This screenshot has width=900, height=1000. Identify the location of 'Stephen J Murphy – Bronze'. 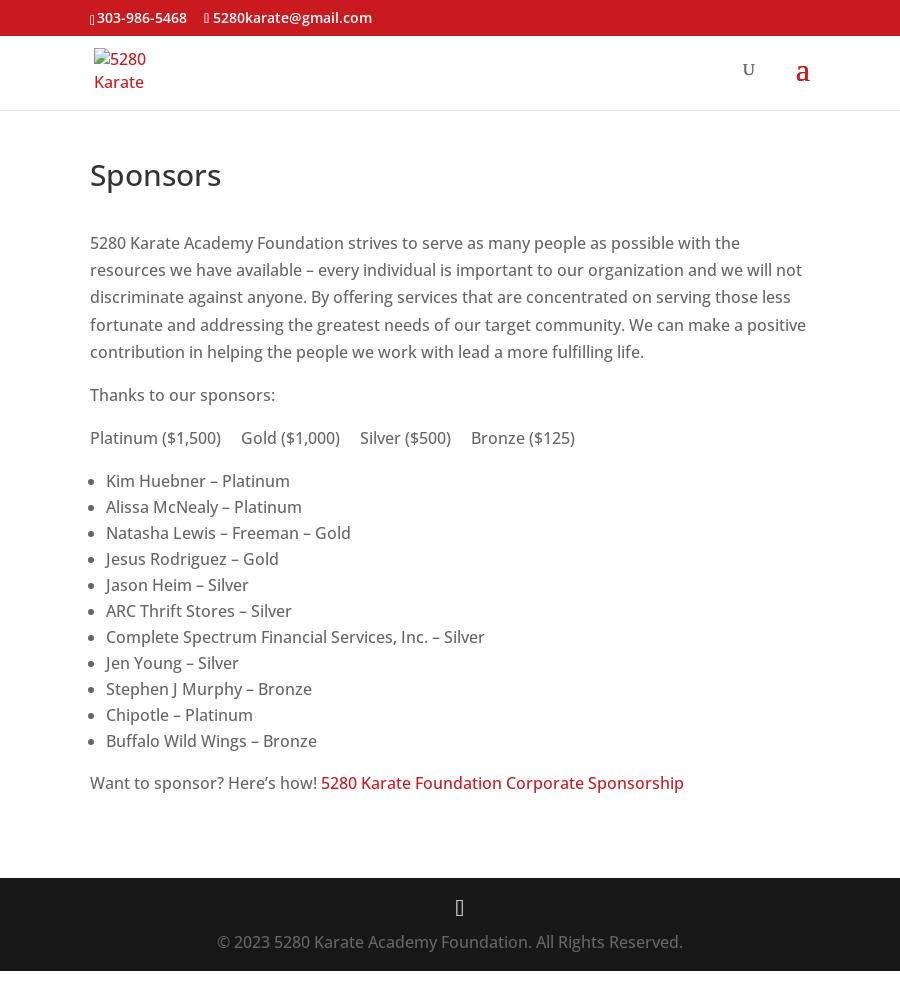
(208, 688).